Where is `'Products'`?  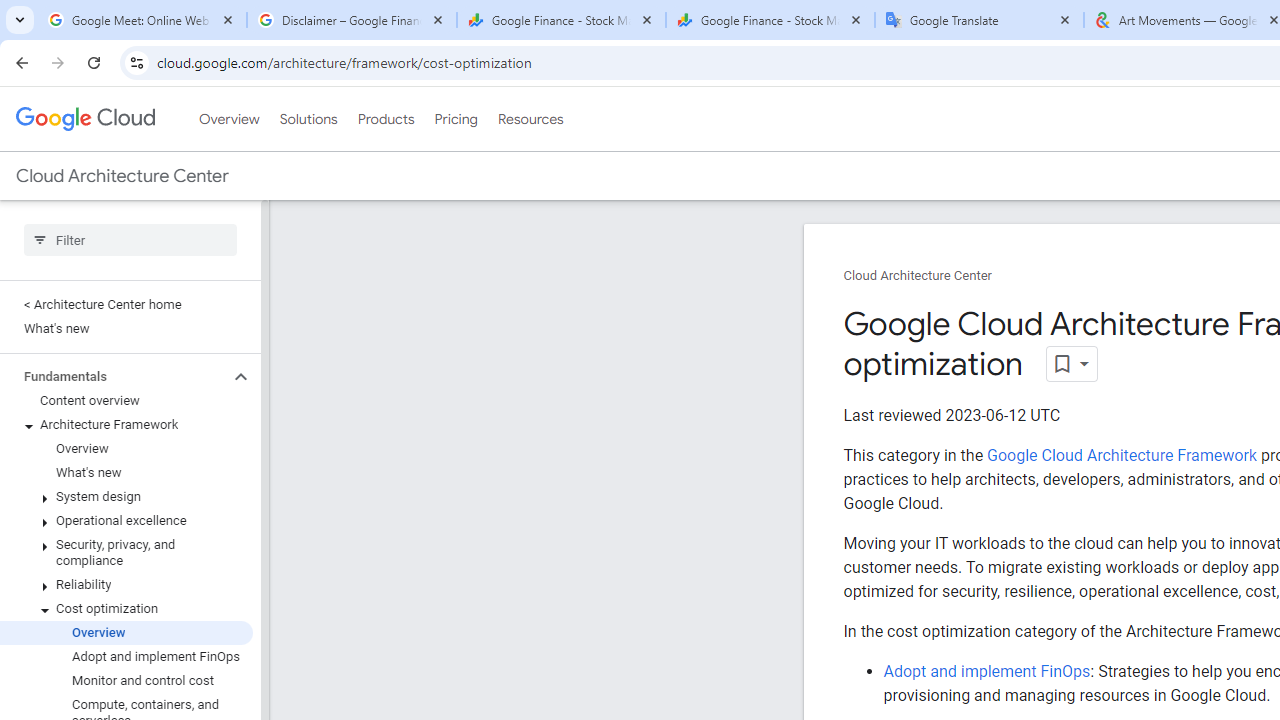 'Products' is located at coordinates (385, 119).